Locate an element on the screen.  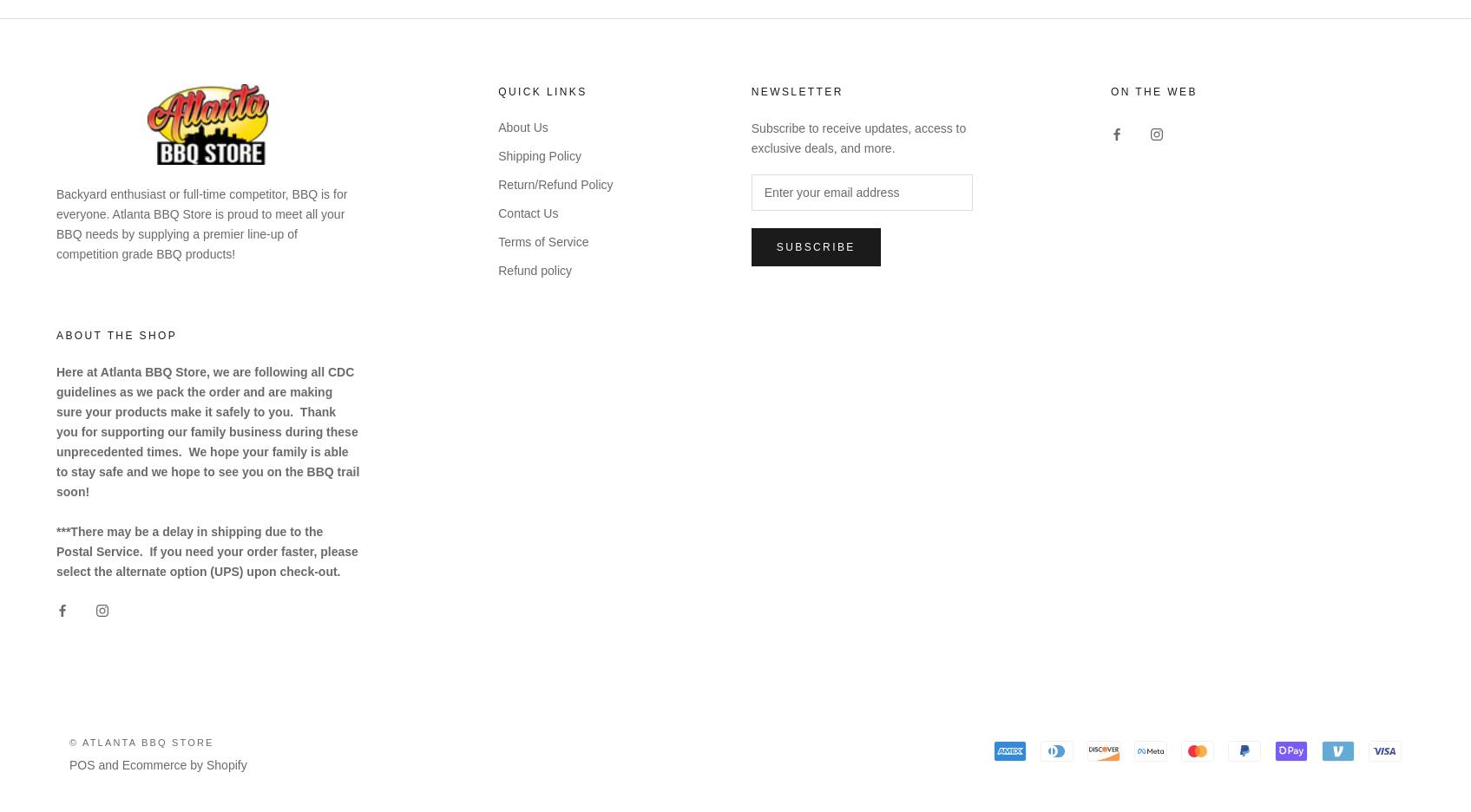
'Here at Atlanta BBQ Store, we are following all CDC guidelines as we pack the order and are making sure your products make it safely to you.  Thank you for supporting our family business during these unprecedented times.  We hope your family is able to stay safe and we hope to see you on the BBQ trail soon!' is located at coordinates (56, 430).